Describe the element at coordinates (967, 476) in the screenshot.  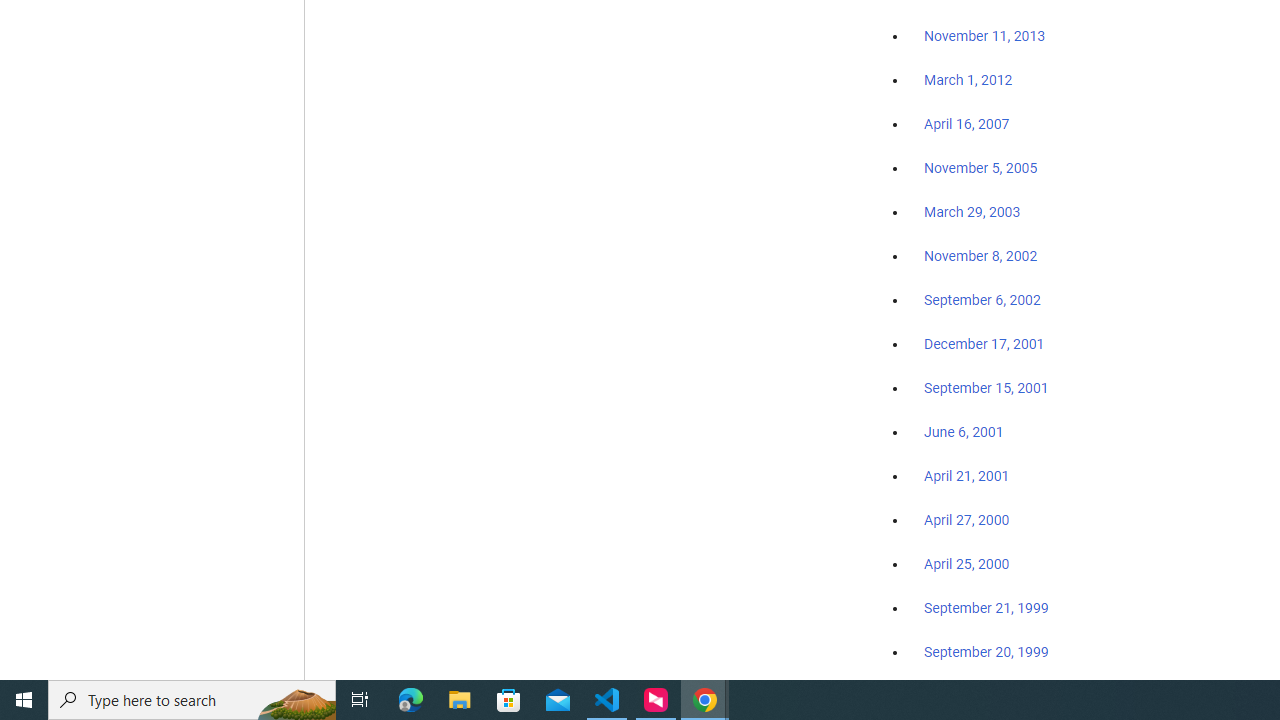
I see `'April 21, 2001'` at that location.